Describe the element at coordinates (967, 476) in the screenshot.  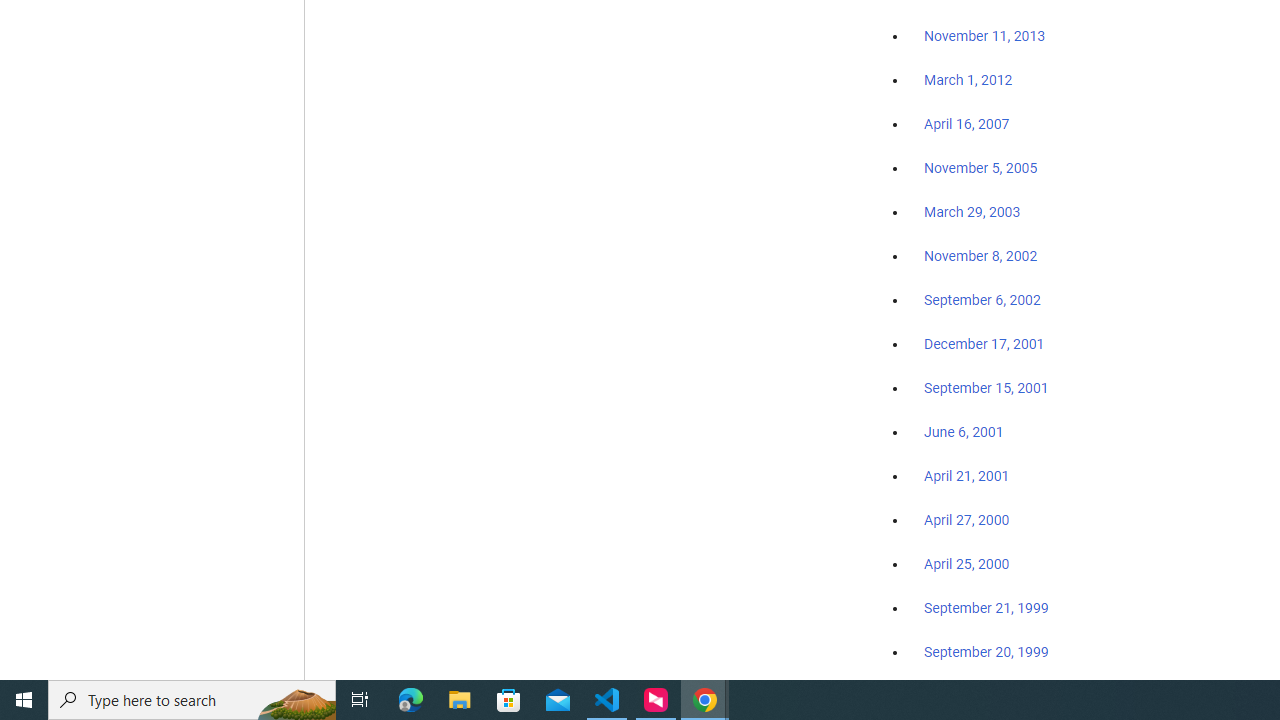
I see `'April 21, 2001'` at that location.